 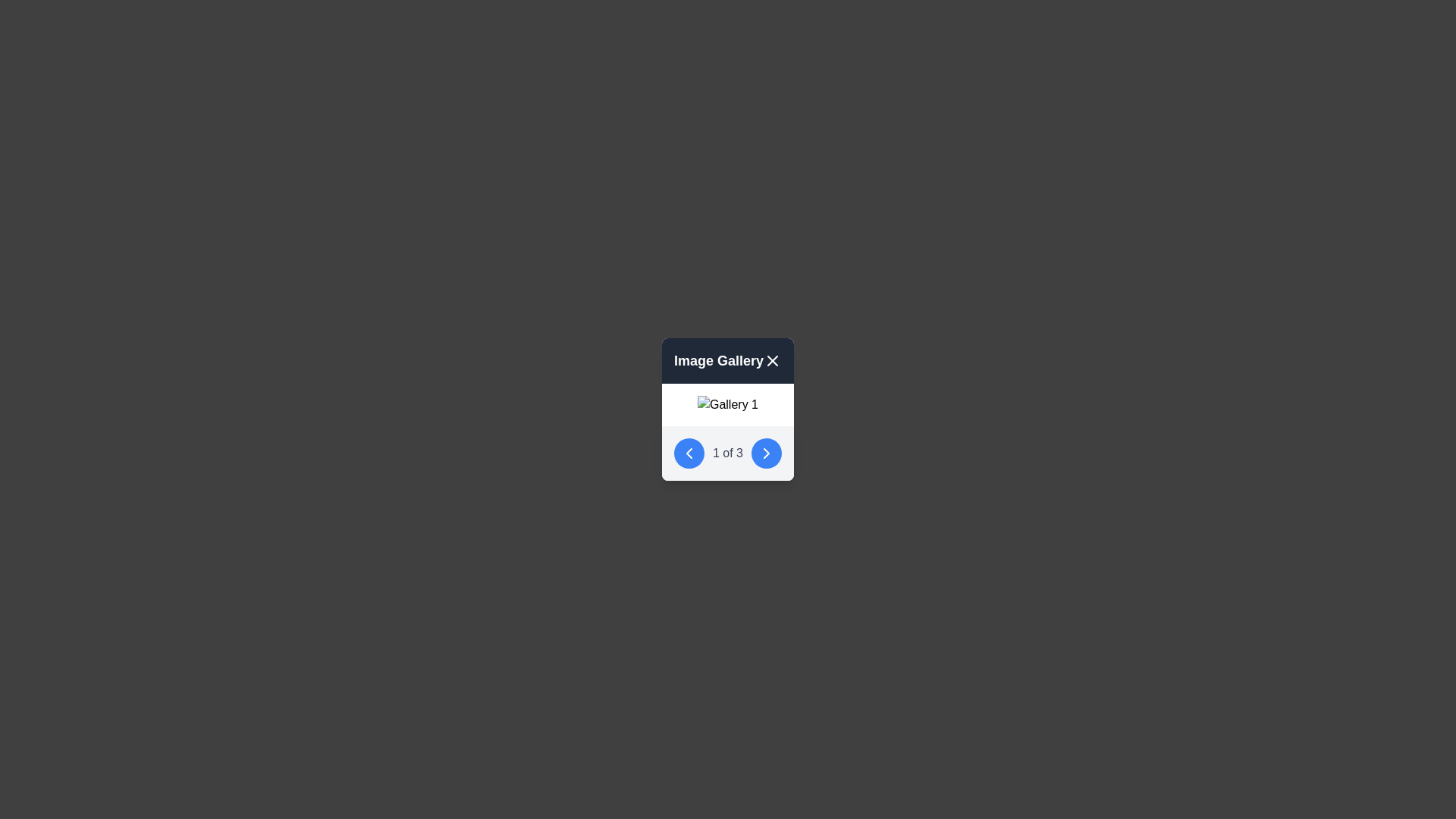 What do you see at coordinates (728, 403) in the screenshot?
I see `the image gallery controls represented by the image with placeholder text 'Gallery 1' to change this image` at bounding box center [728, 403].